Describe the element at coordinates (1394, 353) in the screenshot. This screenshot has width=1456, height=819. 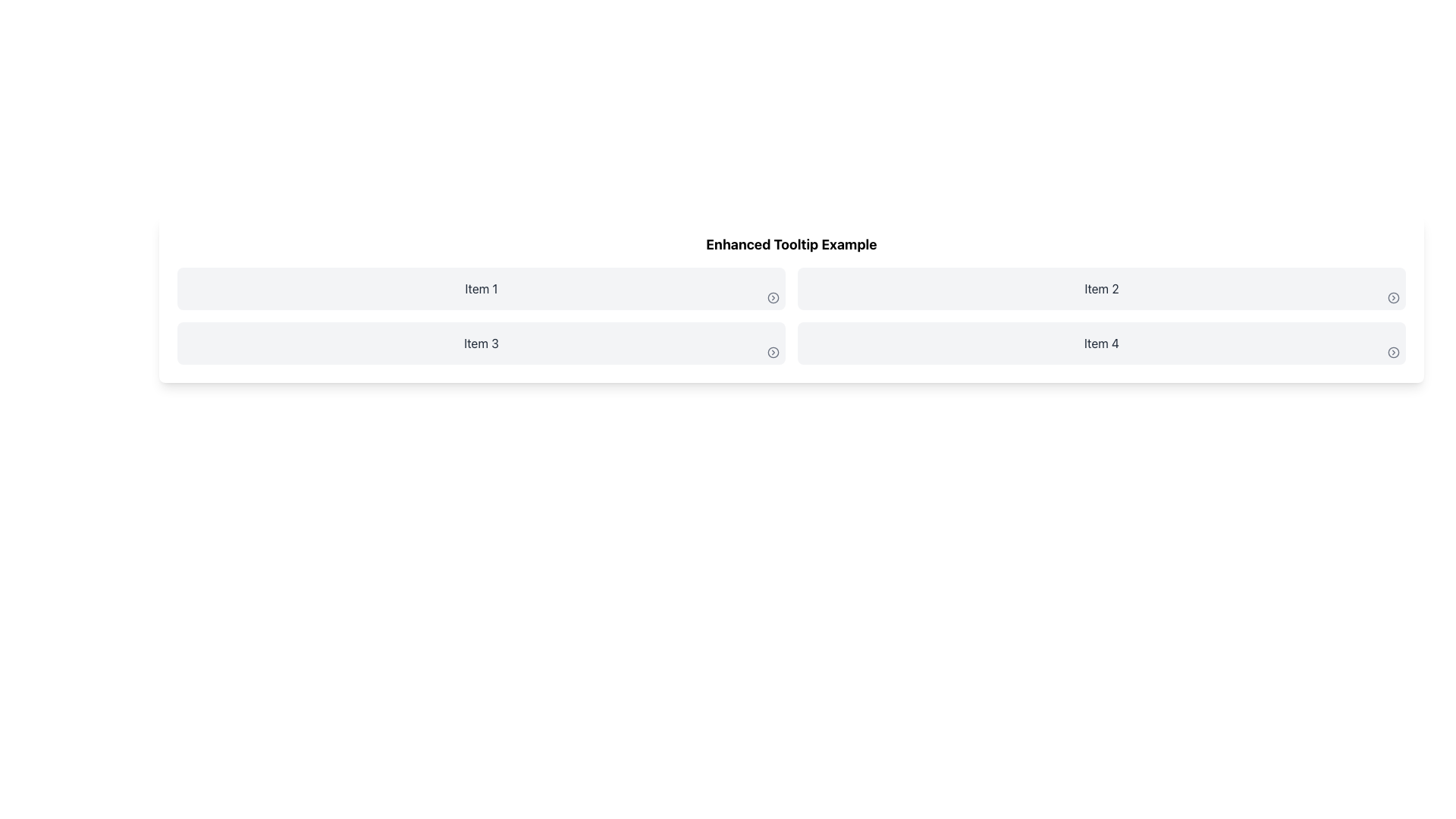
I see `the decorative Circle graphic within the SVG component of 'Item 4', which indicates interactive functionality for navigation or expansion` at that location.